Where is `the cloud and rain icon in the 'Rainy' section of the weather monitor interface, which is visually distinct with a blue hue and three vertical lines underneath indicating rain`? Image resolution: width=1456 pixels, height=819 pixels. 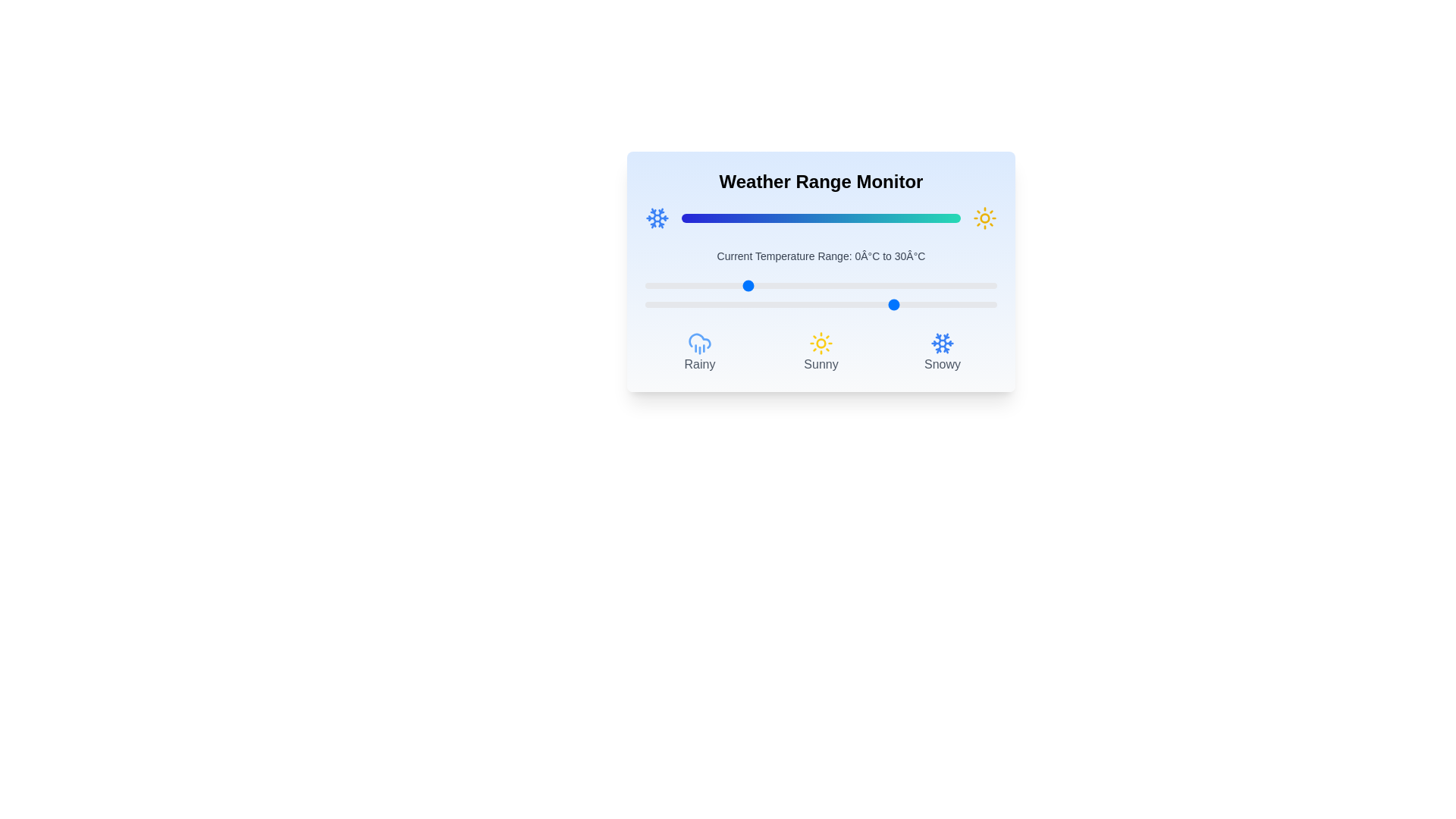
the cloud and rain icon in the 'Rainy' section of the weather monitor interface, which is visually distinct with a blue hue and three vertical lines underneath indicating rain is located at coordinates (698, 343).